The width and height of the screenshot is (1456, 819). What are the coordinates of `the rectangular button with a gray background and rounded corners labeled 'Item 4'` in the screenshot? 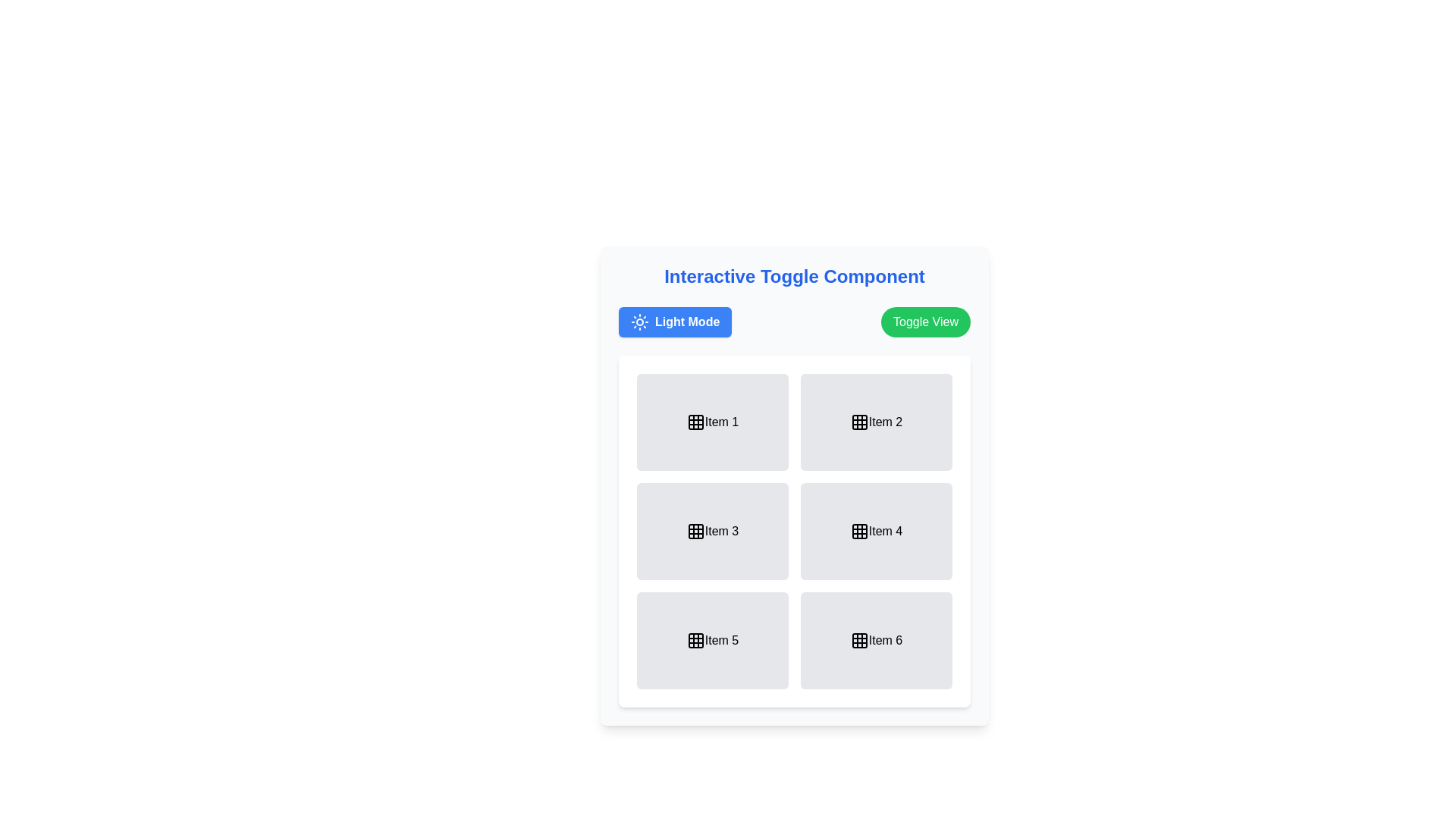 It's located at (877, 531).